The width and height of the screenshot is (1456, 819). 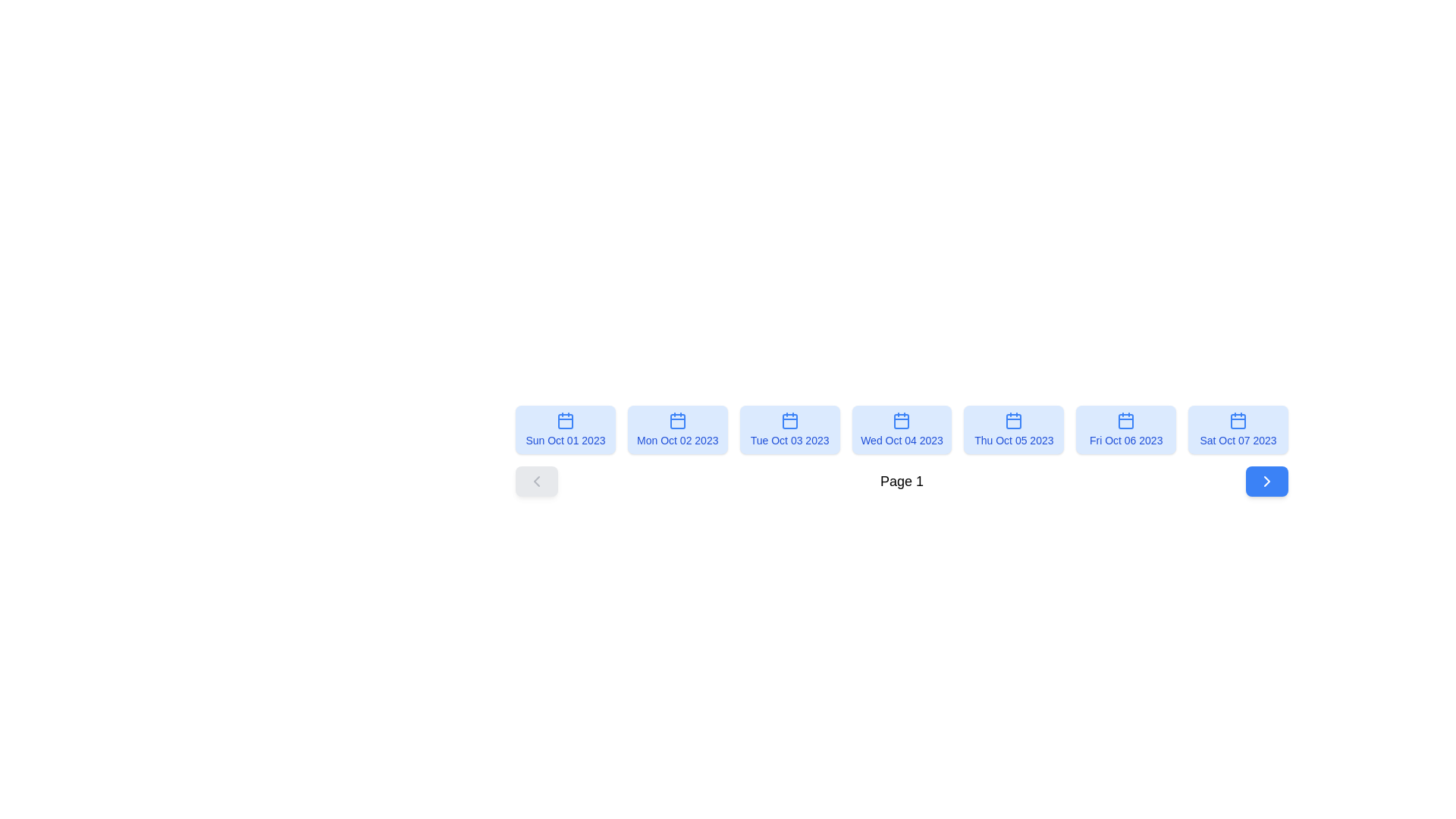 What do you see at coordinates (1126, 421) in the screenshot?
I see `the calendar outline icon, which is the topmost icon in the fifth date-selection block from the left` at bounding box center [1126, 421].